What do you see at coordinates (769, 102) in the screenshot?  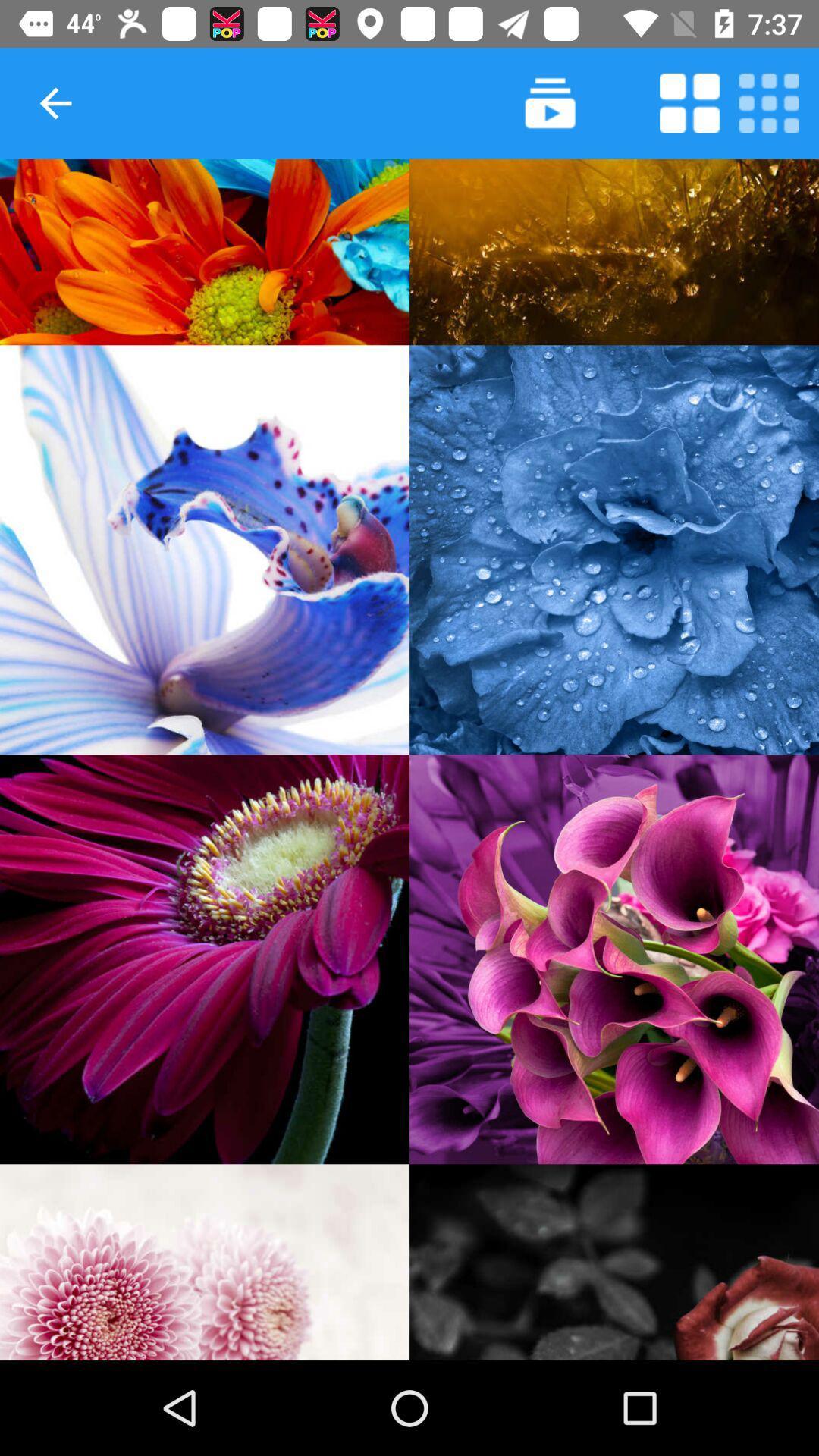 I see `grid` at bounding box center [769, 102].